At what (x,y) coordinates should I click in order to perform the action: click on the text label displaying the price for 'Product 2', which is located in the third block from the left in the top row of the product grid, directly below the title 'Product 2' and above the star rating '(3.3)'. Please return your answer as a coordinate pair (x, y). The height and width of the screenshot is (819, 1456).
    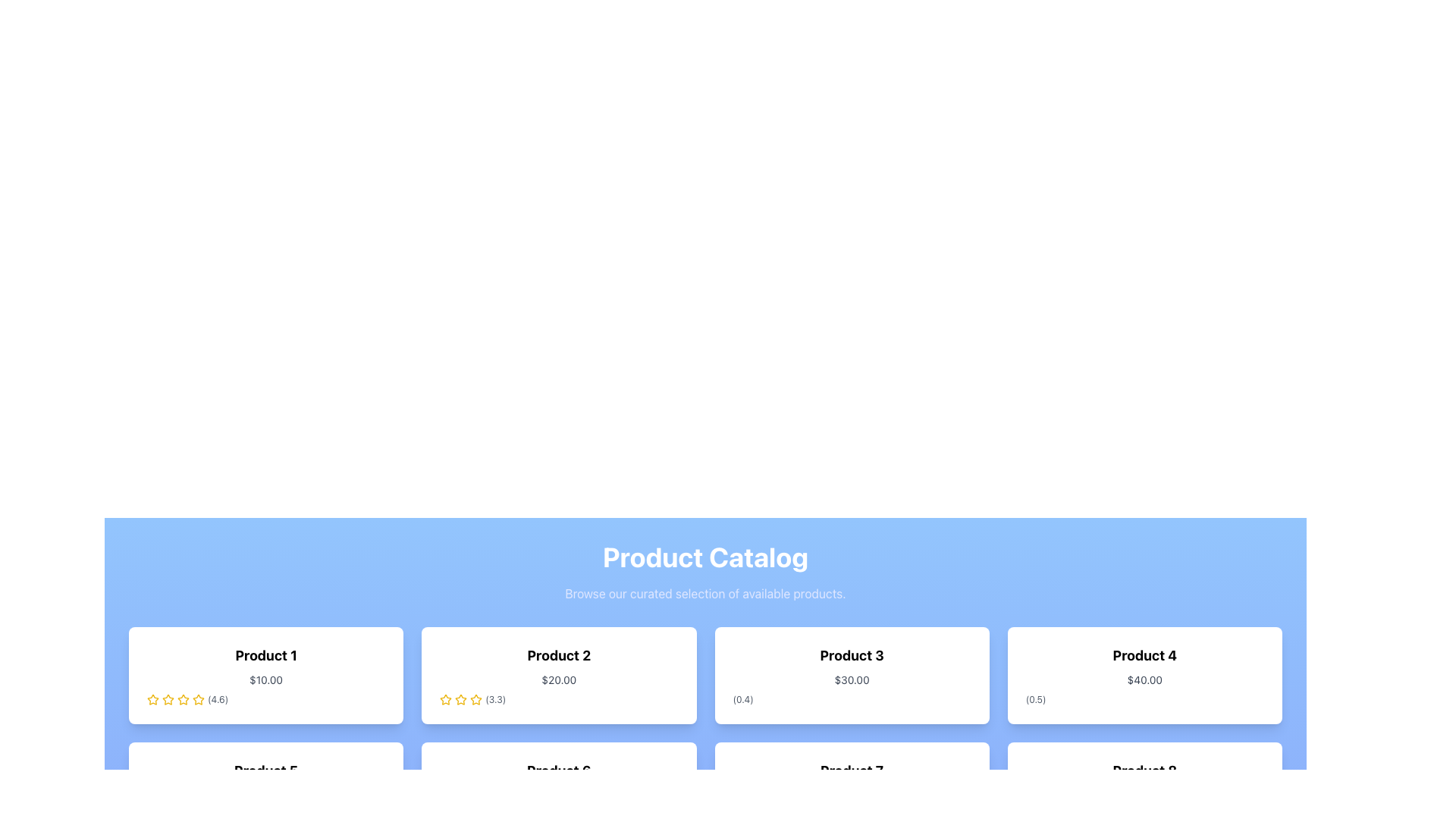
    Looking at the image, I should click on (558, 679).